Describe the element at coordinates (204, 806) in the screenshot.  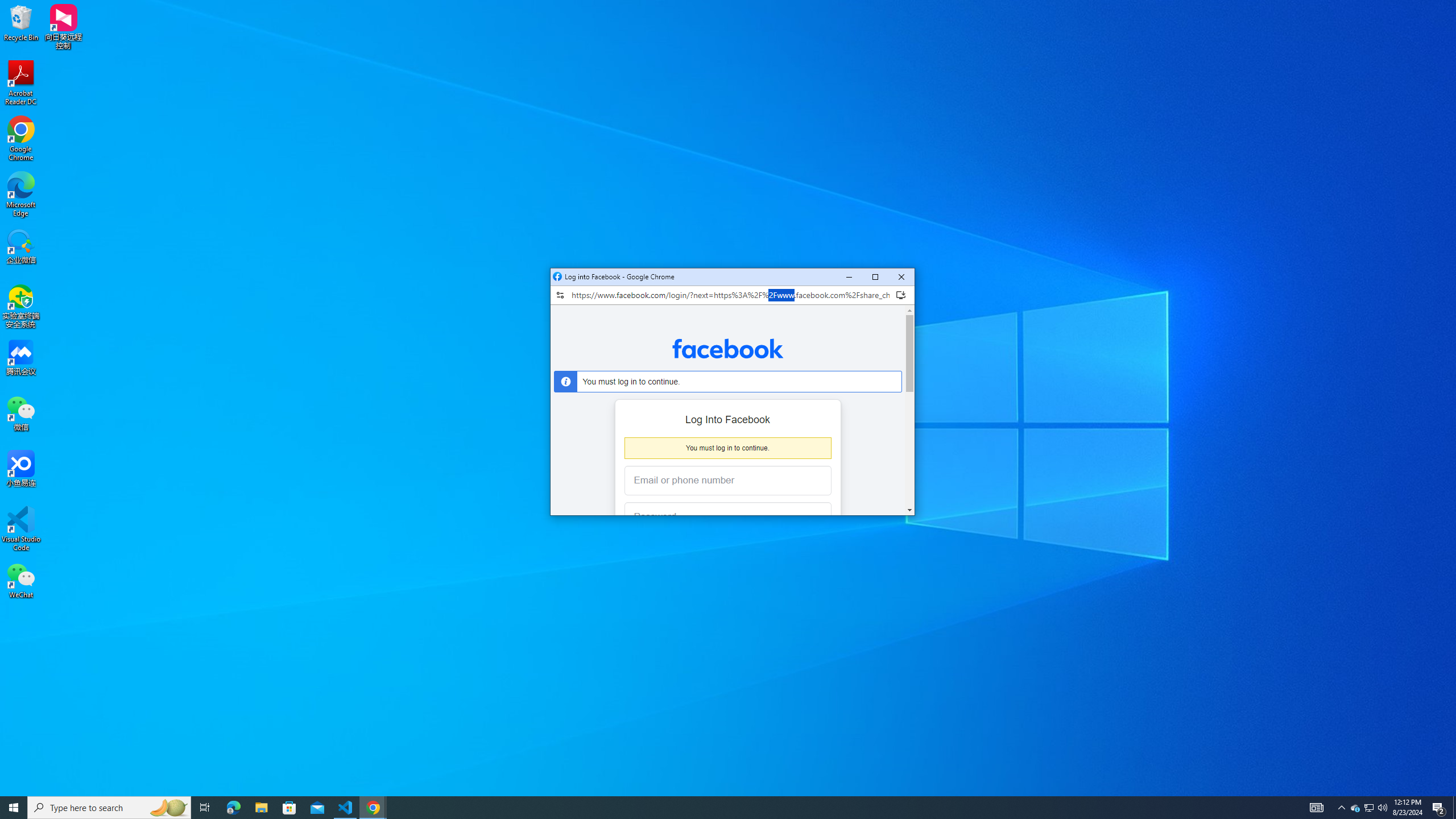
I see `'Task View'` at that location.